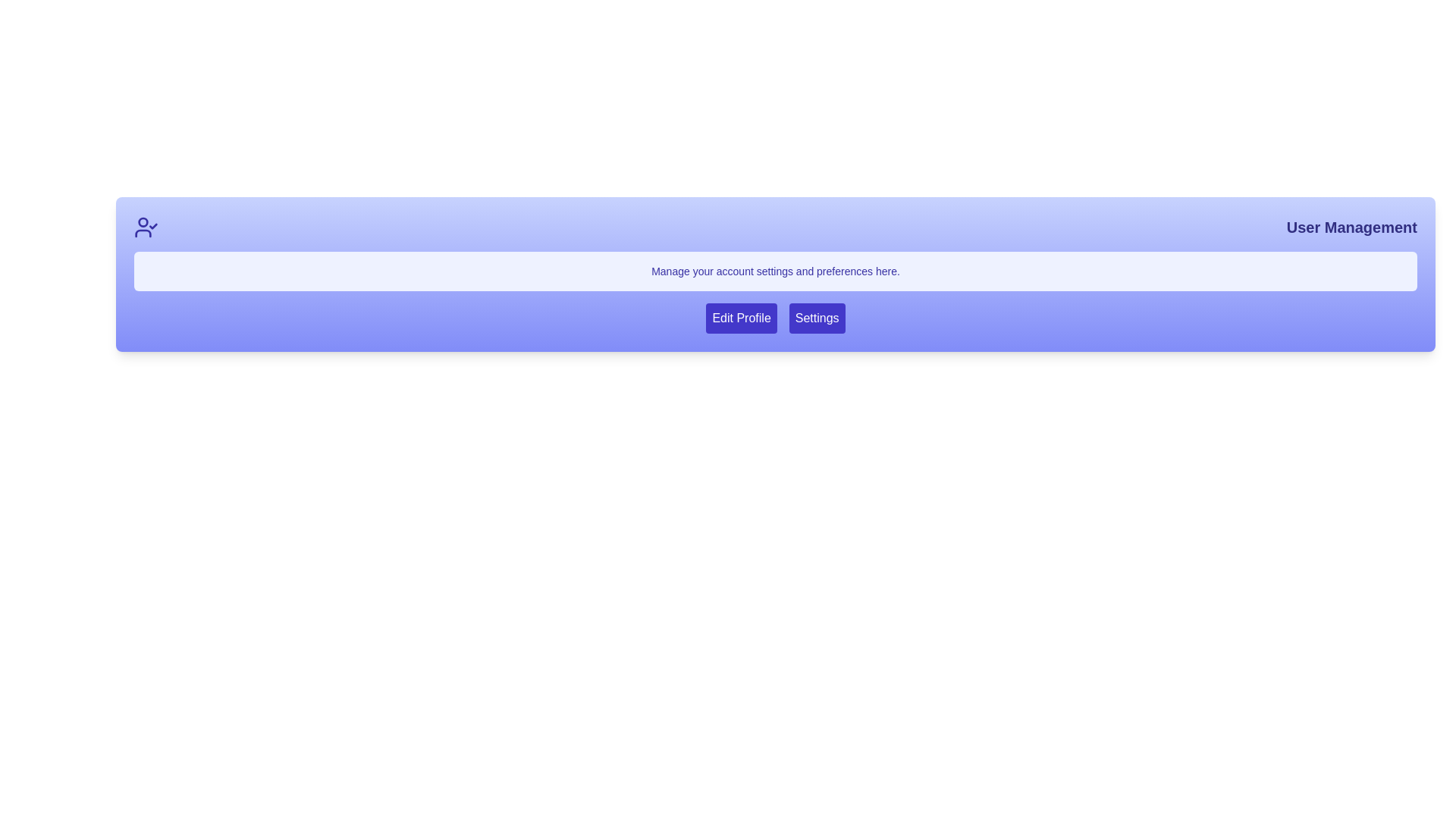 This screenshot has width=1456, height=819. Describe the element at coordinates (742, 318) in the screenshot. I see `the 'Edit Profile' button, which has a rounded shape and a dark indigo background` at that location.